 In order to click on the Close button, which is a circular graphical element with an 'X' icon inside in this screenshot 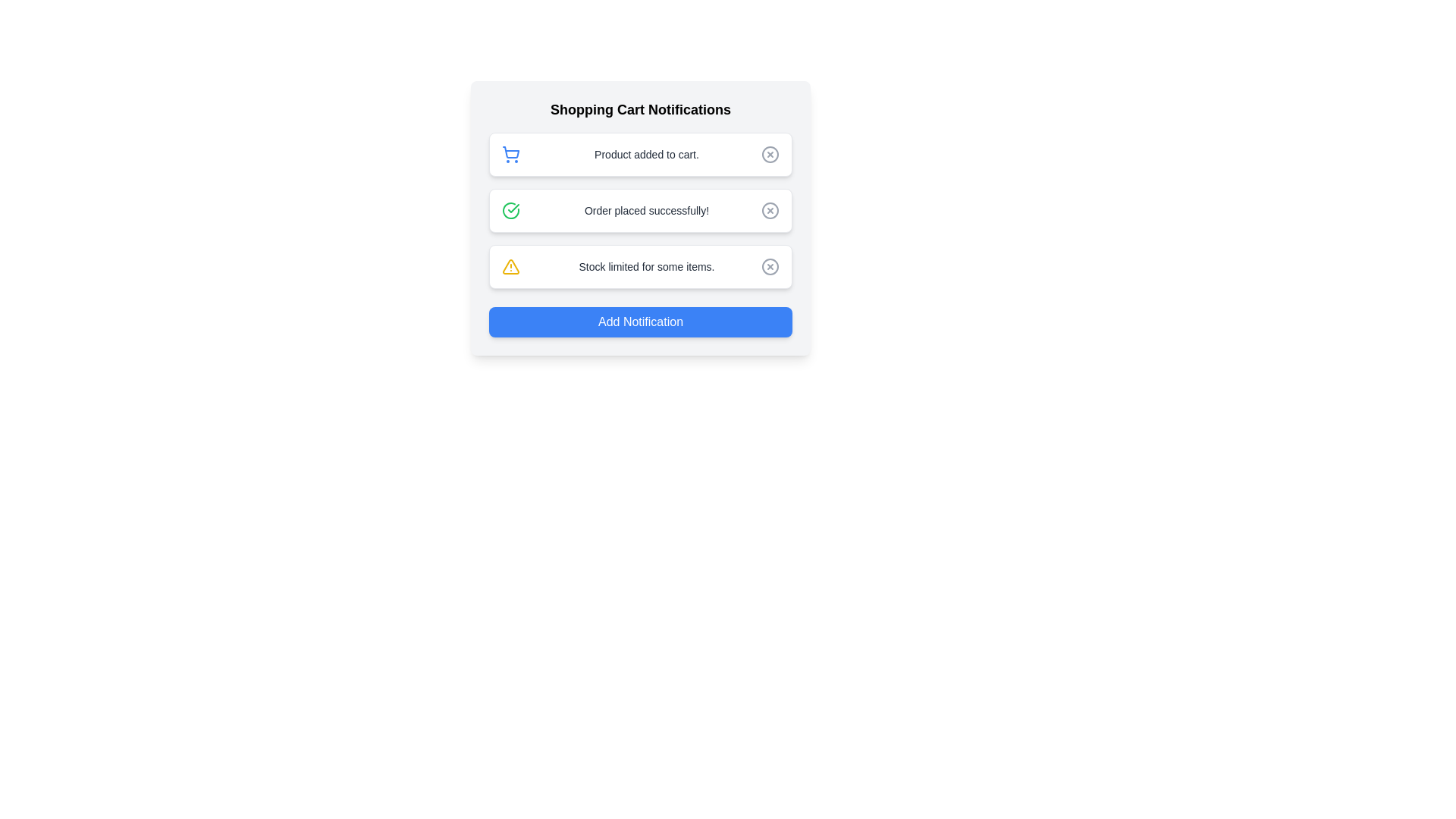, I will do `click(770, 265)`.